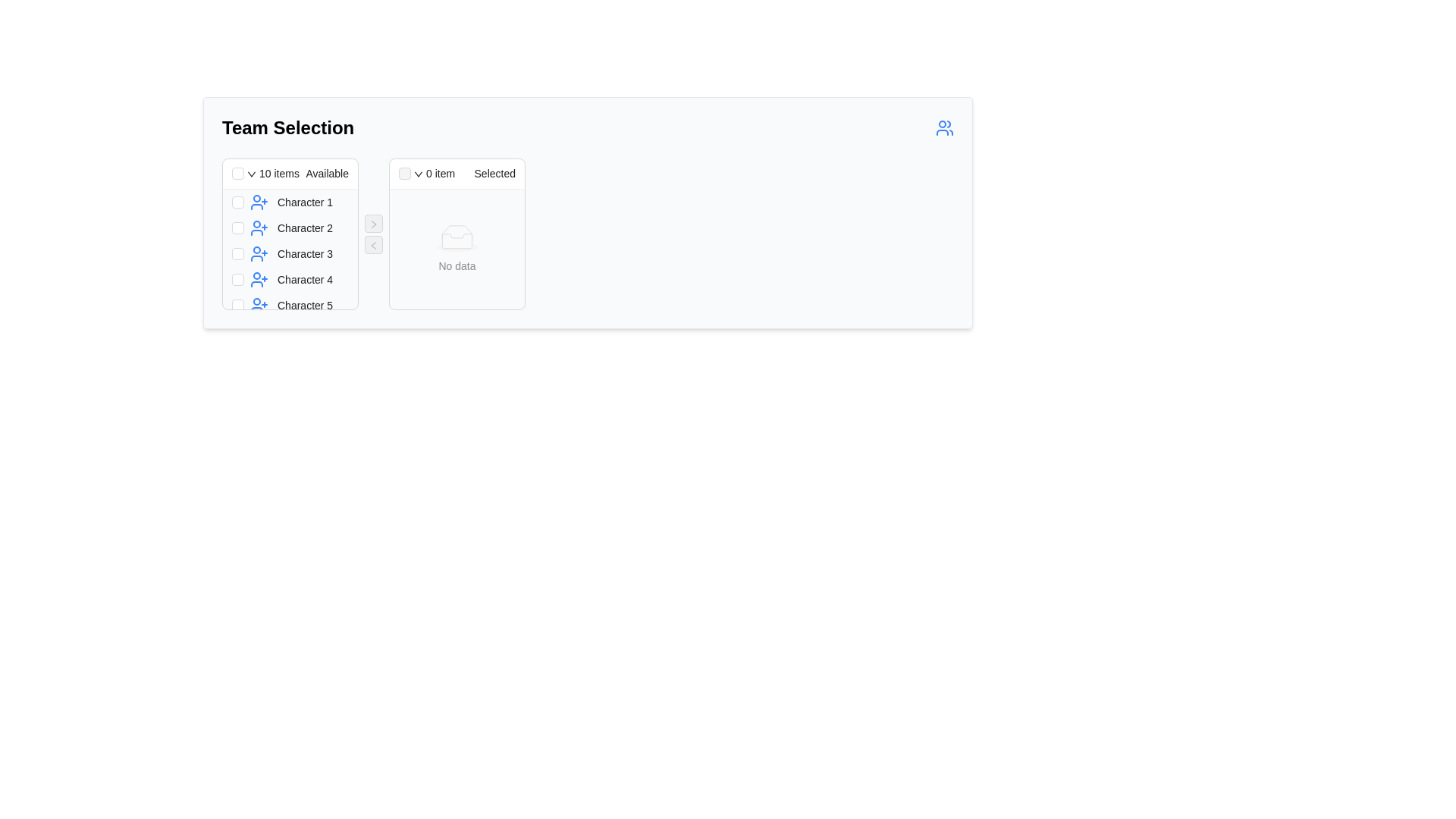 Image resolution: width=1456 pixels, height=819 pixels. I want to click on the list item labeled 'Character 4' which contains a checkbox and a blue user icon, so click(290, 280).